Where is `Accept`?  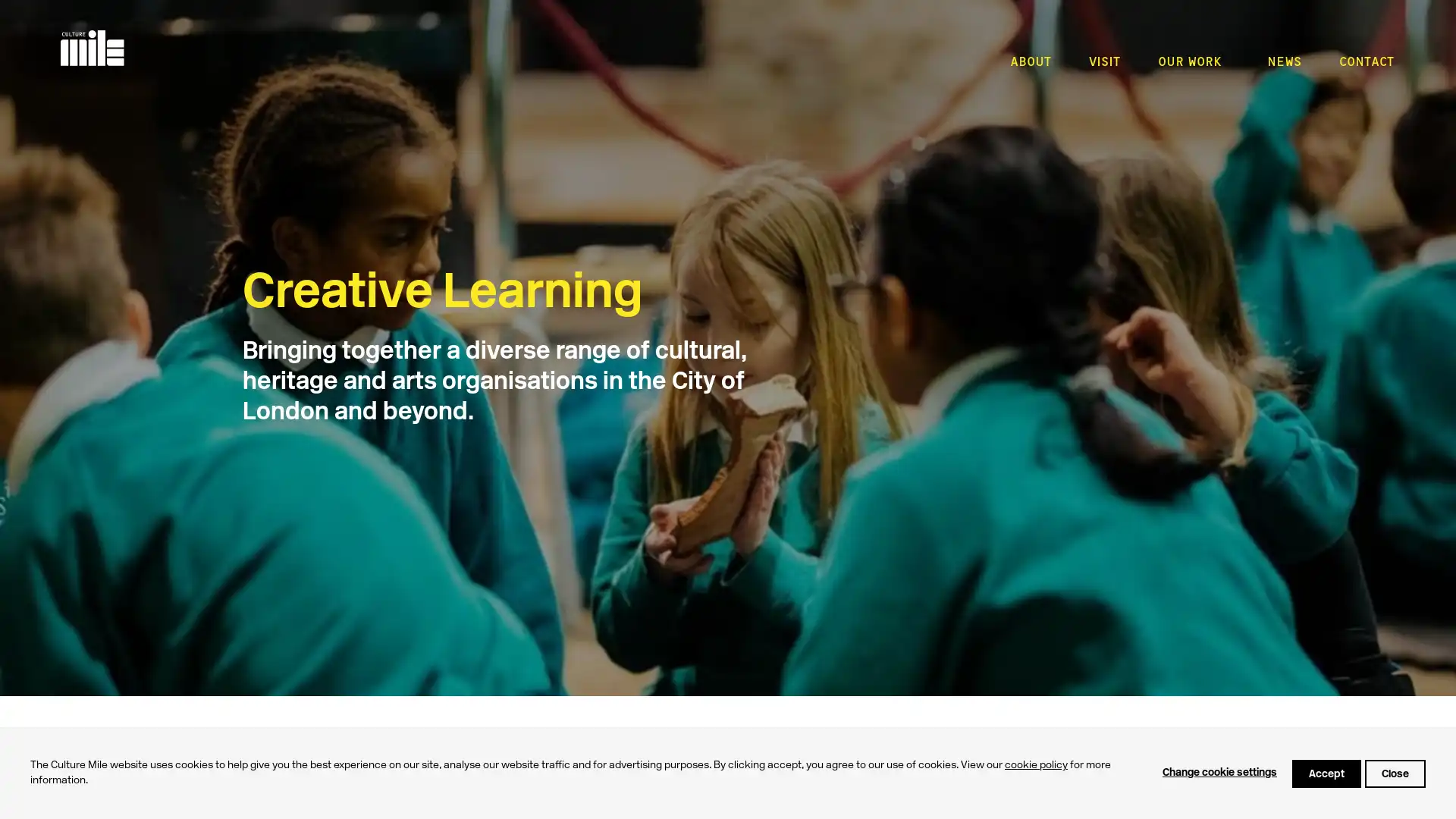 Accept is located at coordinates (1326, 773).